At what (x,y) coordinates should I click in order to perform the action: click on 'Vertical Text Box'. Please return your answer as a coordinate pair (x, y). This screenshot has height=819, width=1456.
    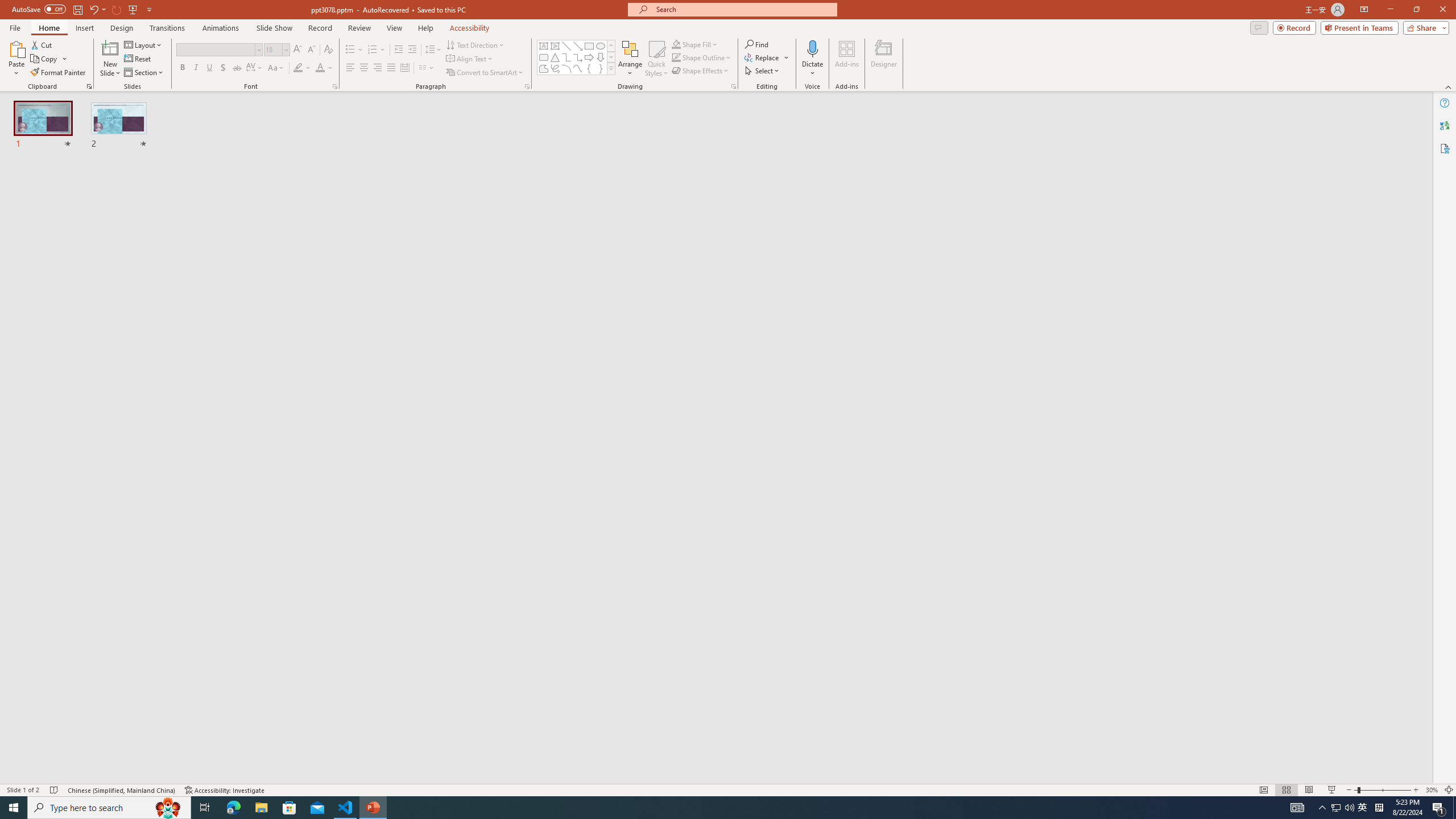
    Looking at the image, I should click on (554, 45).